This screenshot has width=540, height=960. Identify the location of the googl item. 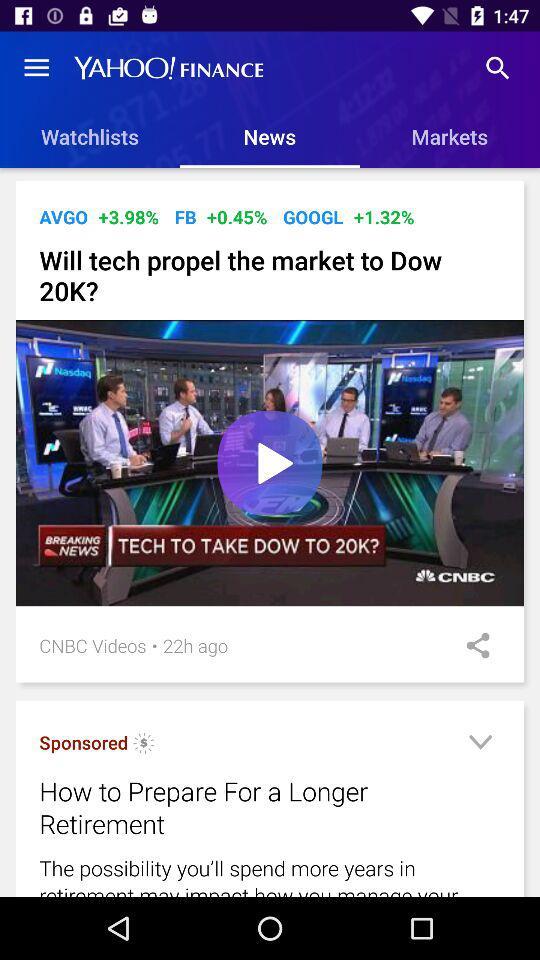
(313, 217).